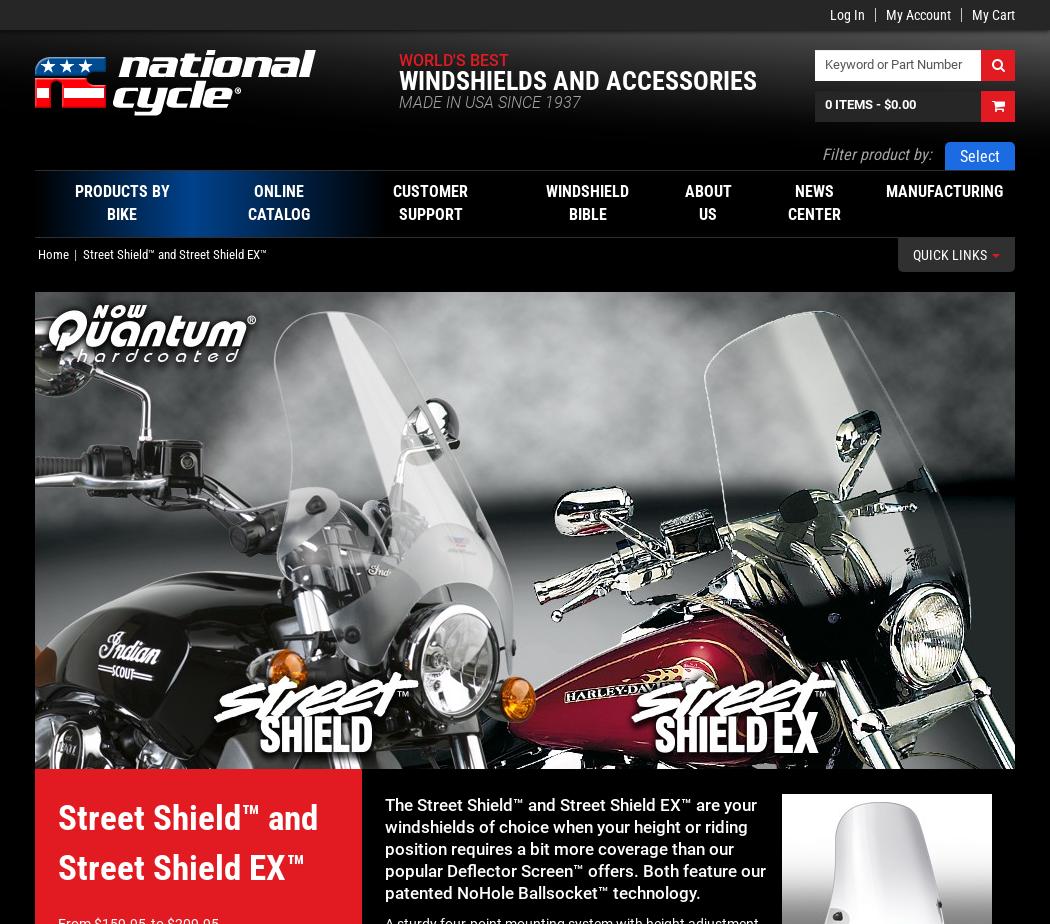  I want to click on '$0.00', so click(898, 104).